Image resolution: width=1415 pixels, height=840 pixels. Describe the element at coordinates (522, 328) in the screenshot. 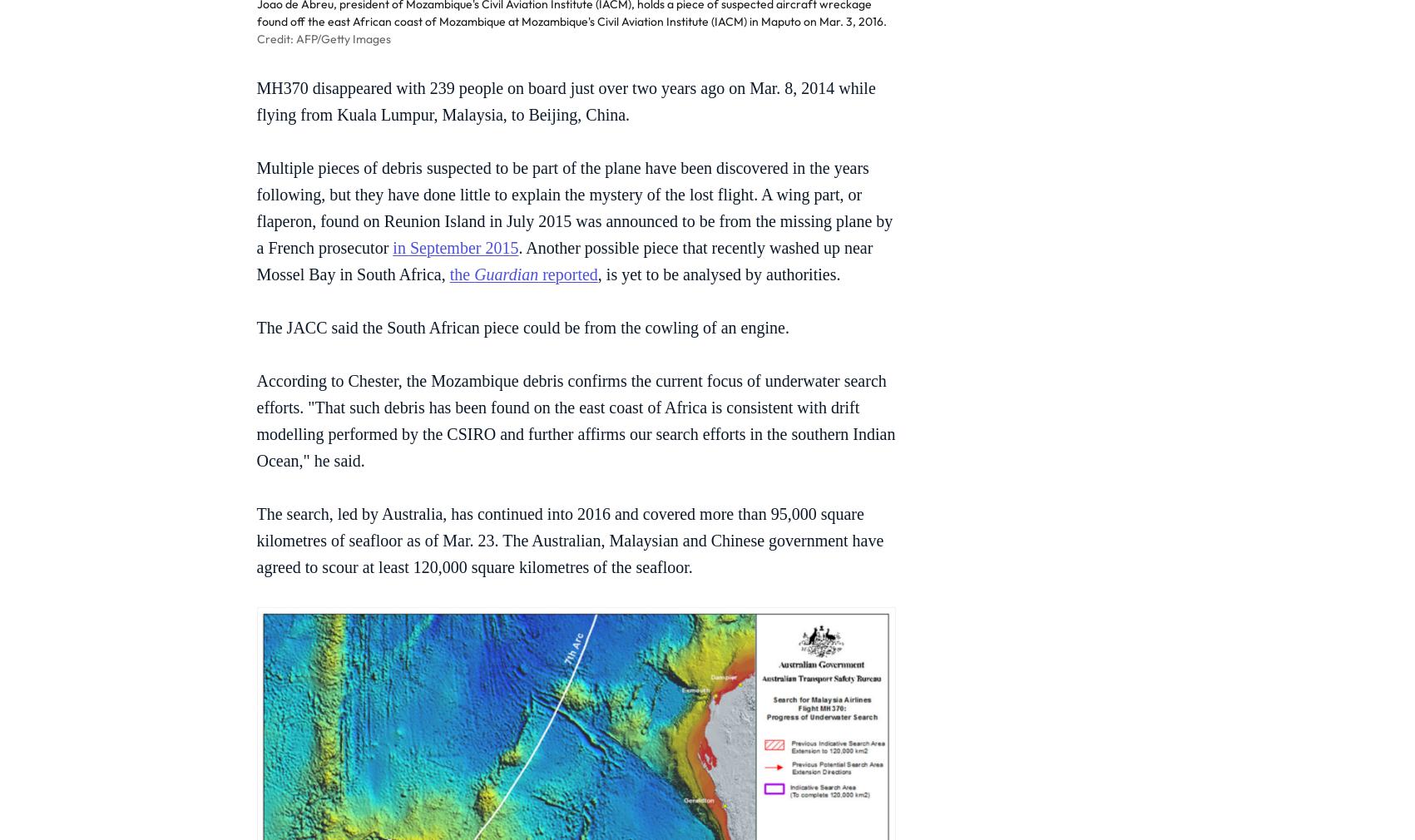

I see `'The JACC said the South African piece could be from the cowling of an engine.'` at that location.